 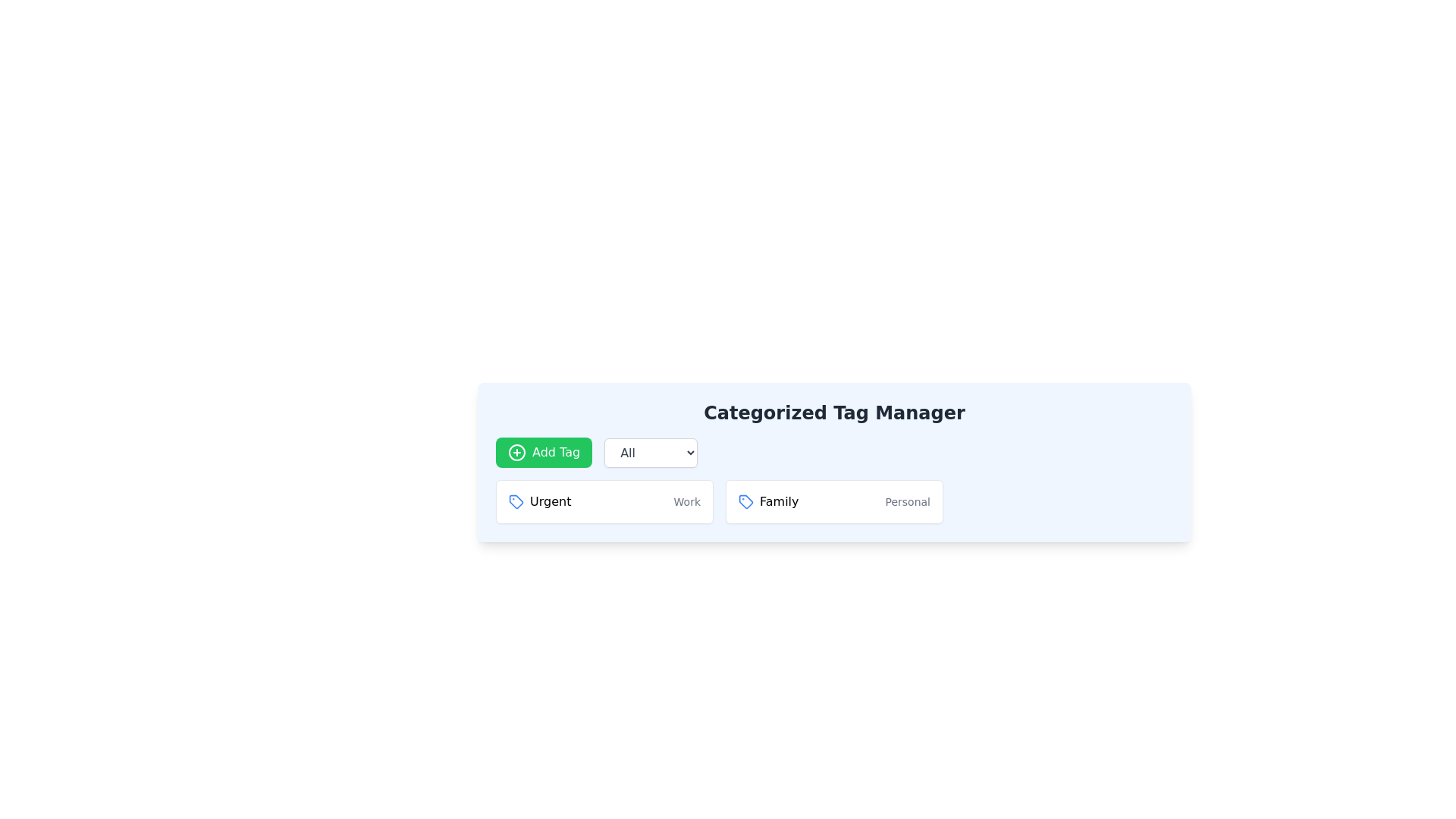 What do you see at coordinates (550, 502) in the screenshot?
I see `the text label for the tag named 'Urgent' located in the tag section of the 'Categorized Tag Manager' module` at bounding box center [550, 502].